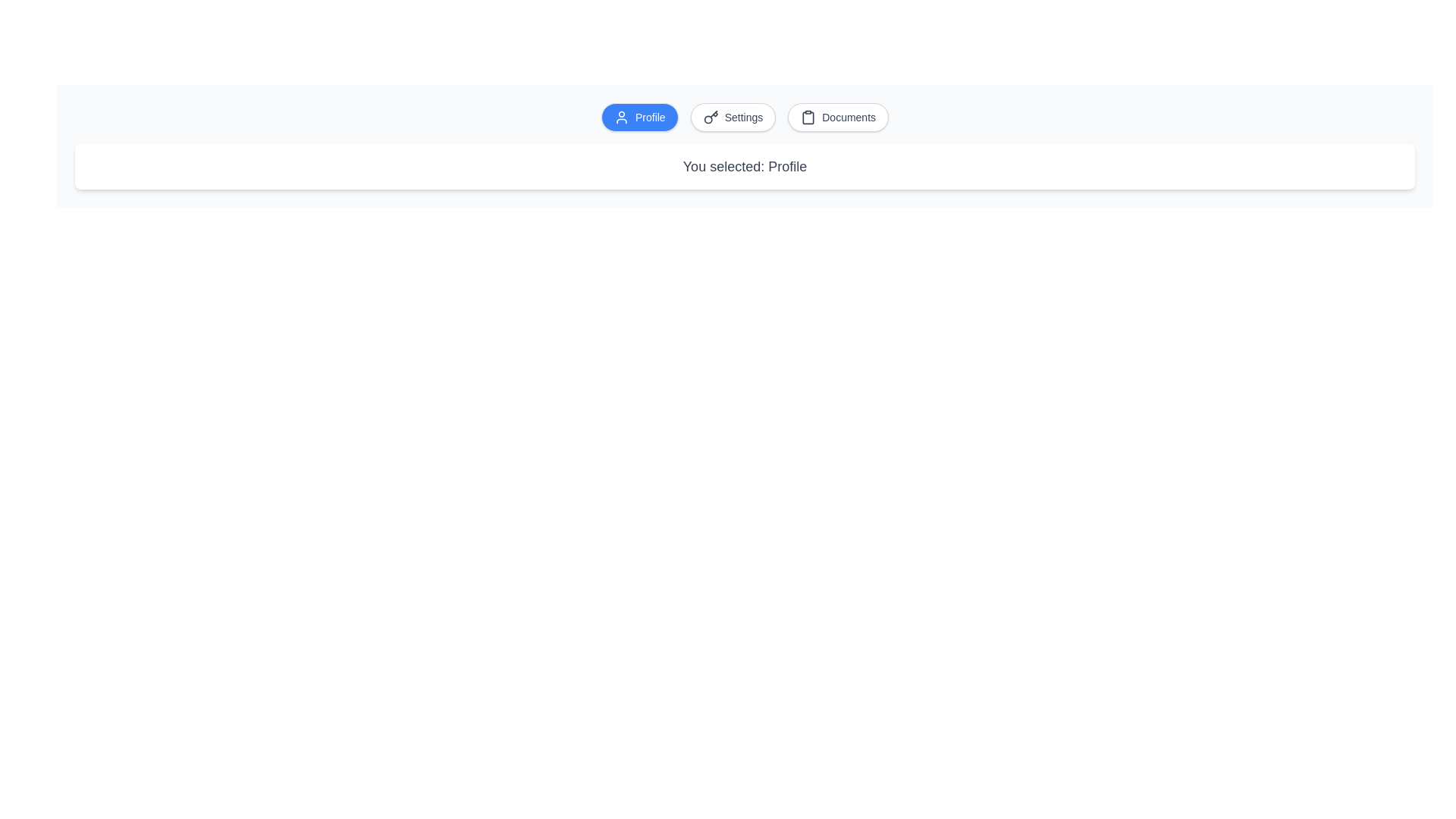  What do you see at coordinates (837, 116) in the screenshot?
I see `the navigation button located in the horizontal navigation bar, which is the third button after 'Profile' and 'Settings'` at bounding box center [837, 116].